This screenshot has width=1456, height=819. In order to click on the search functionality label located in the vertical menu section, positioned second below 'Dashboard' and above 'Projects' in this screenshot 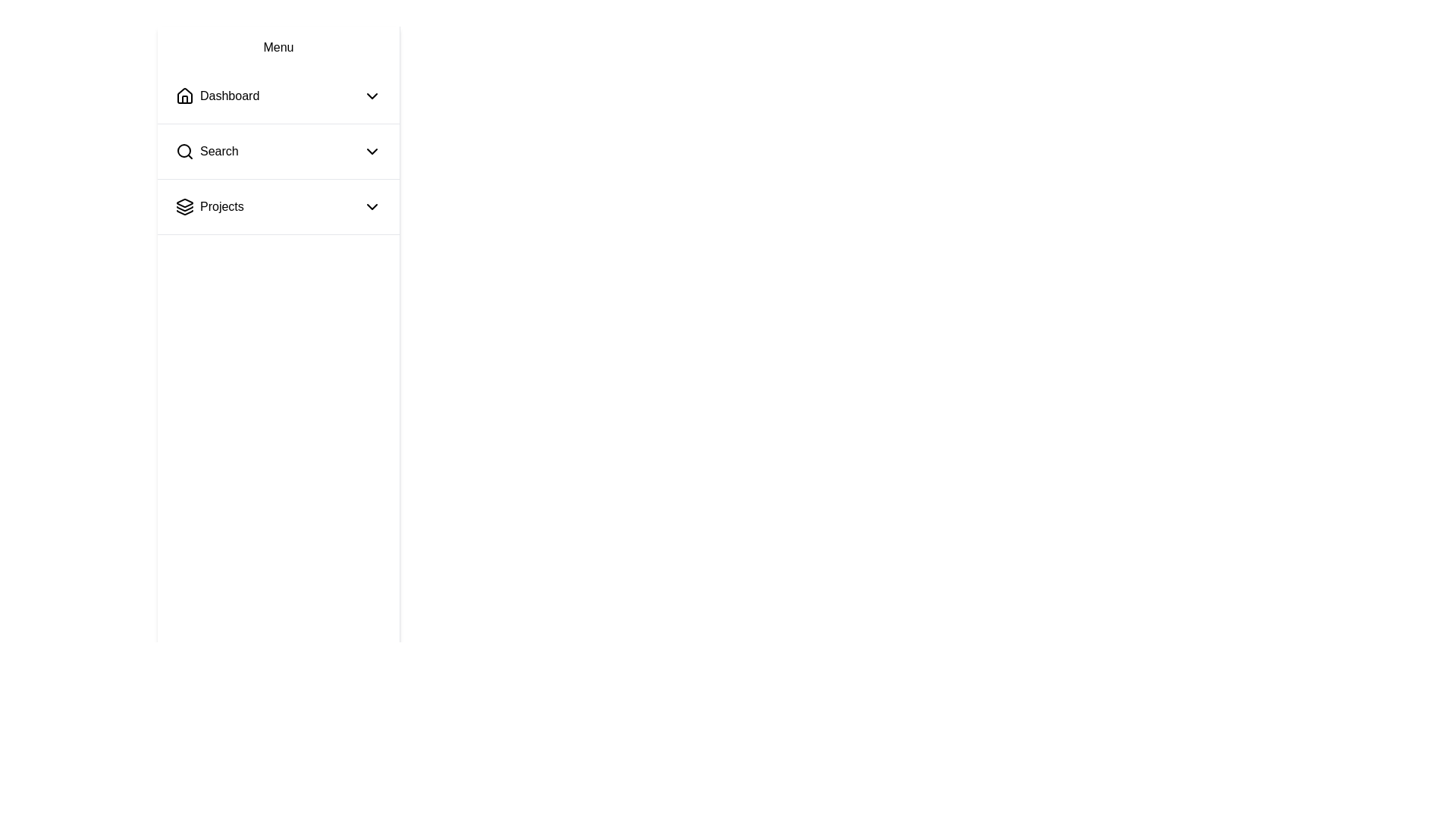, I will do `click(218, 152)`.